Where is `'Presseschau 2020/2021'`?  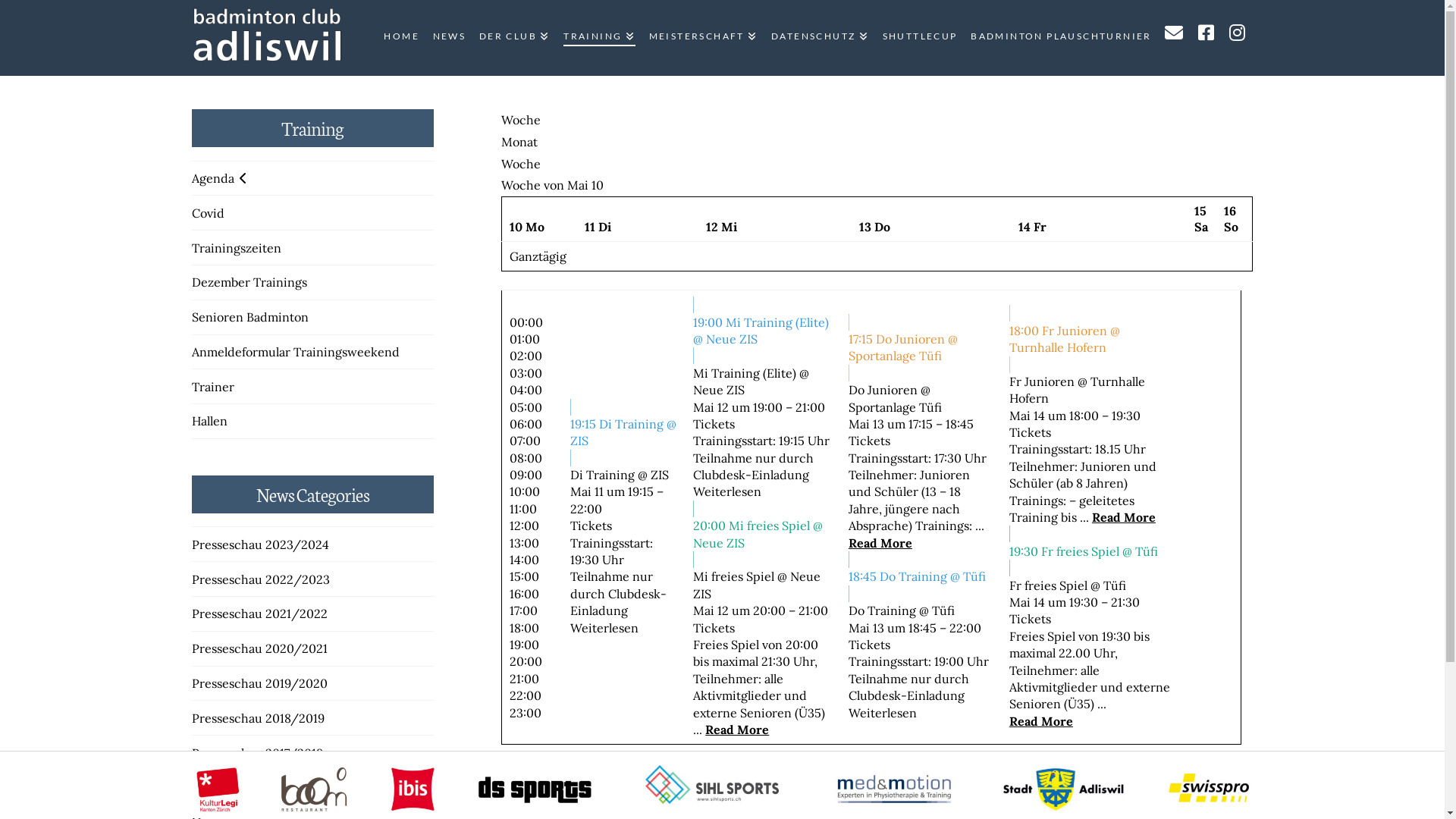
'Presseschau 2020/2021' is located at coordinates (259, 648).